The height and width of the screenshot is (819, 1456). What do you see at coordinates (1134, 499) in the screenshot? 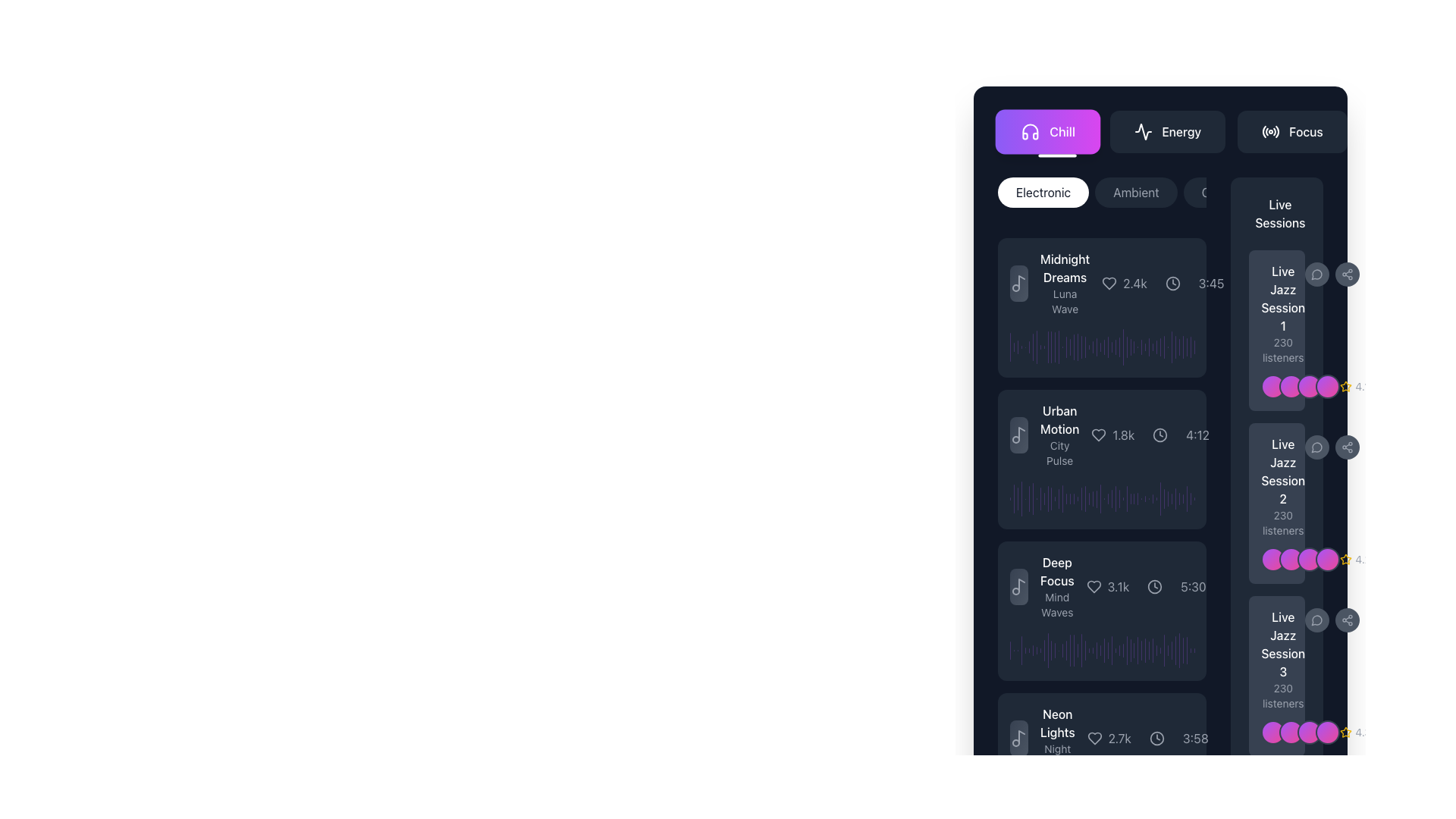
I see `the 33rd vertical bar in the visual indicator sequence located in the right section of the interface` at bounding box center [1134, 499].